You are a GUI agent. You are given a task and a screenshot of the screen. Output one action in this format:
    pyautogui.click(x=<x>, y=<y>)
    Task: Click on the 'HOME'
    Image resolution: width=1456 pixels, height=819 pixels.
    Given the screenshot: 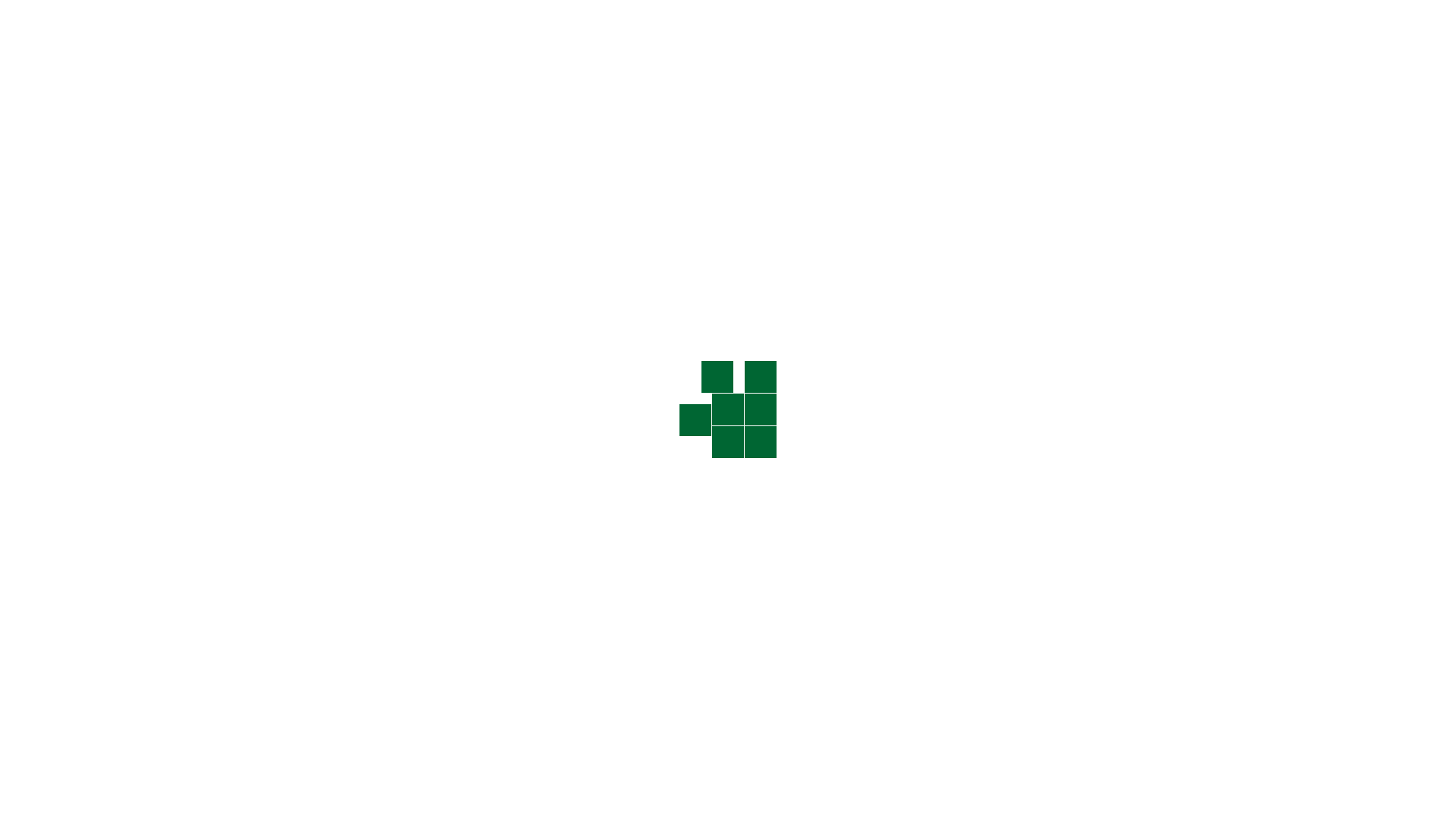 What is the action you would take?
    pyautogui.click(x=558, y=64)
    